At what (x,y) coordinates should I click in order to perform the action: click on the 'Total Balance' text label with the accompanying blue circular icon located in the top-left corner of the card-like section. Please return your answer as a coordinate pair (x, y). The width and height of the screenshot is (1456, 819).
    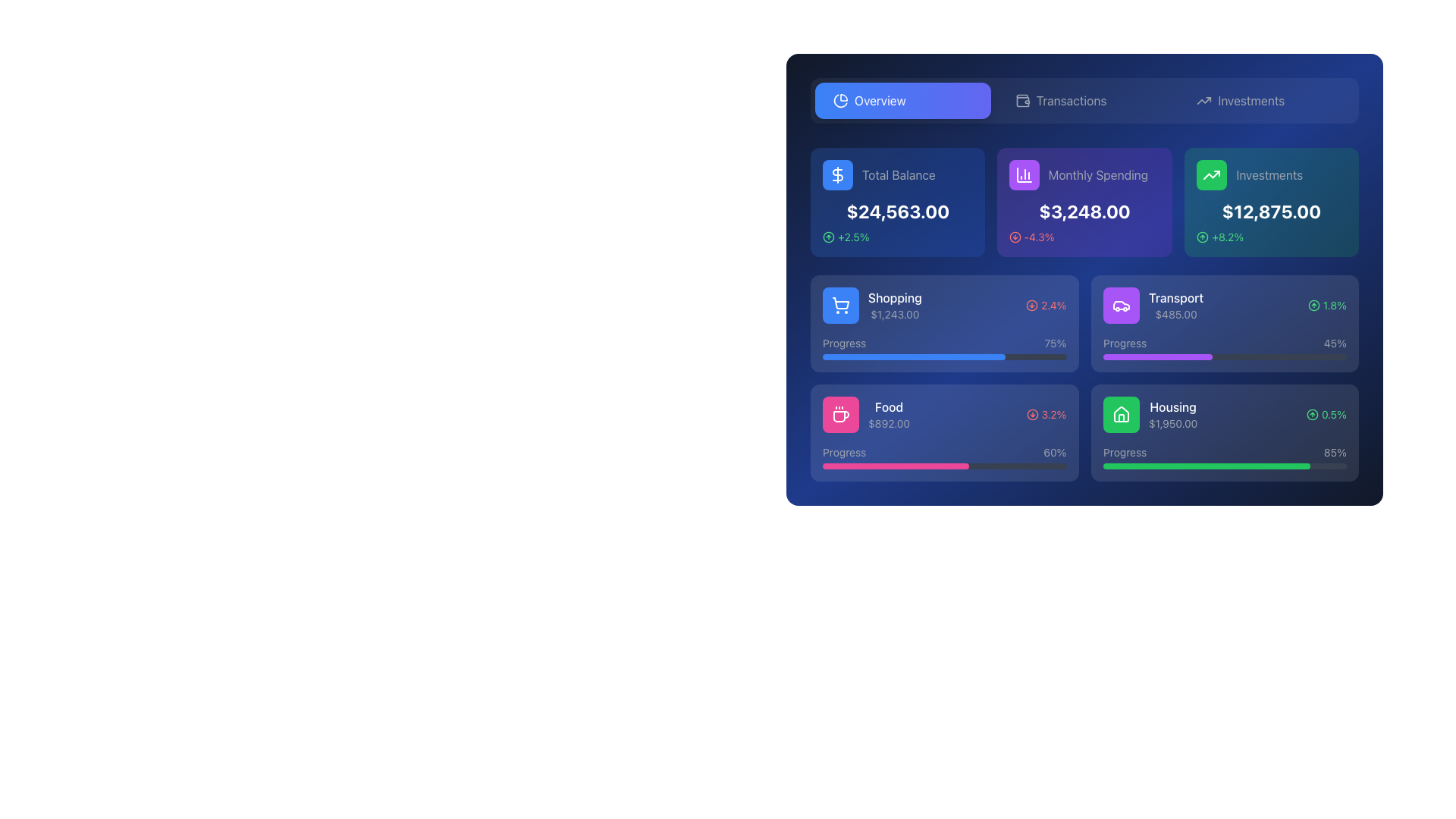
    Looking at the image, I should click on (898, 174).